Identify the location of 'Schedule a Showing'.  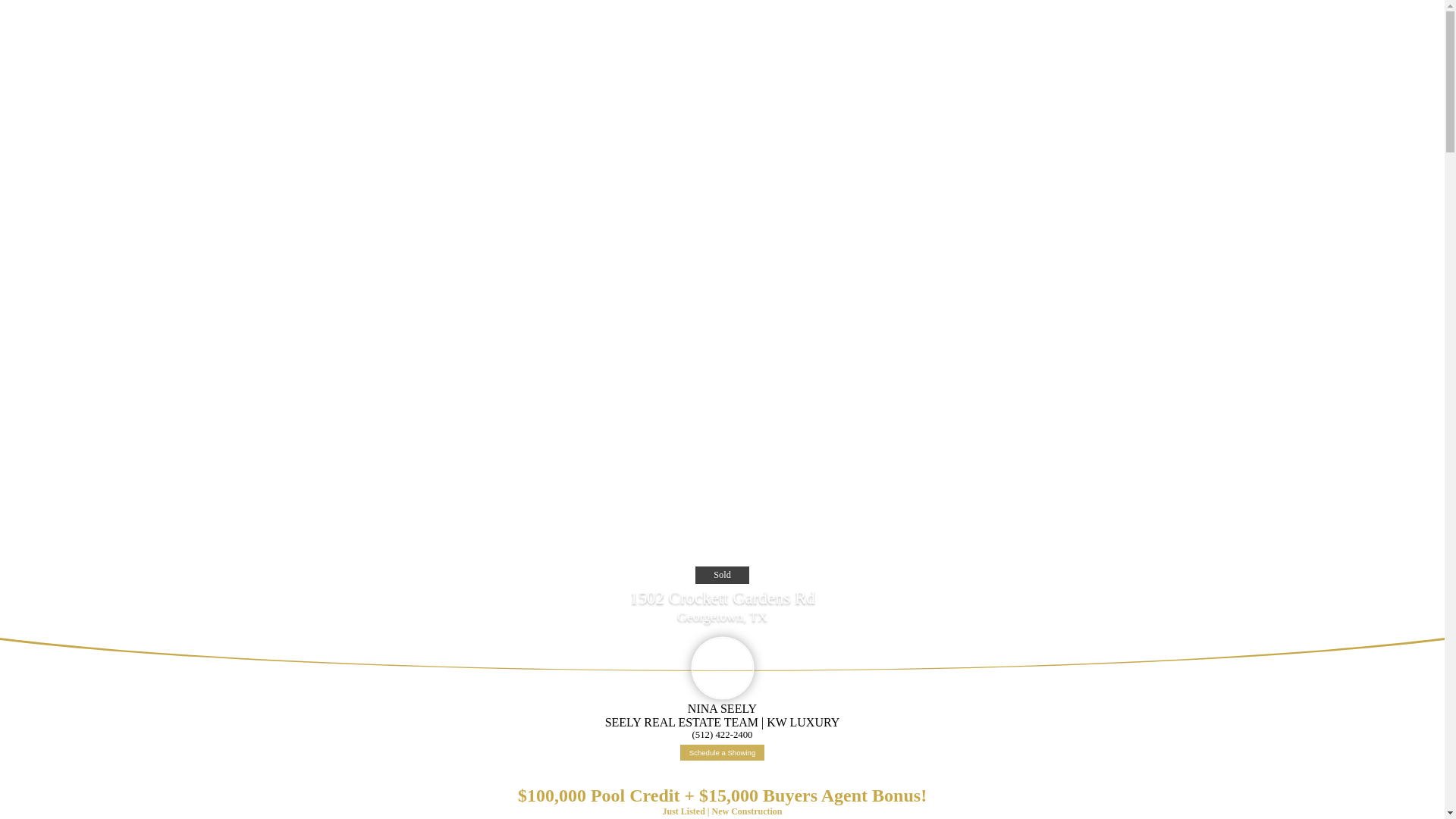
(679, 752).